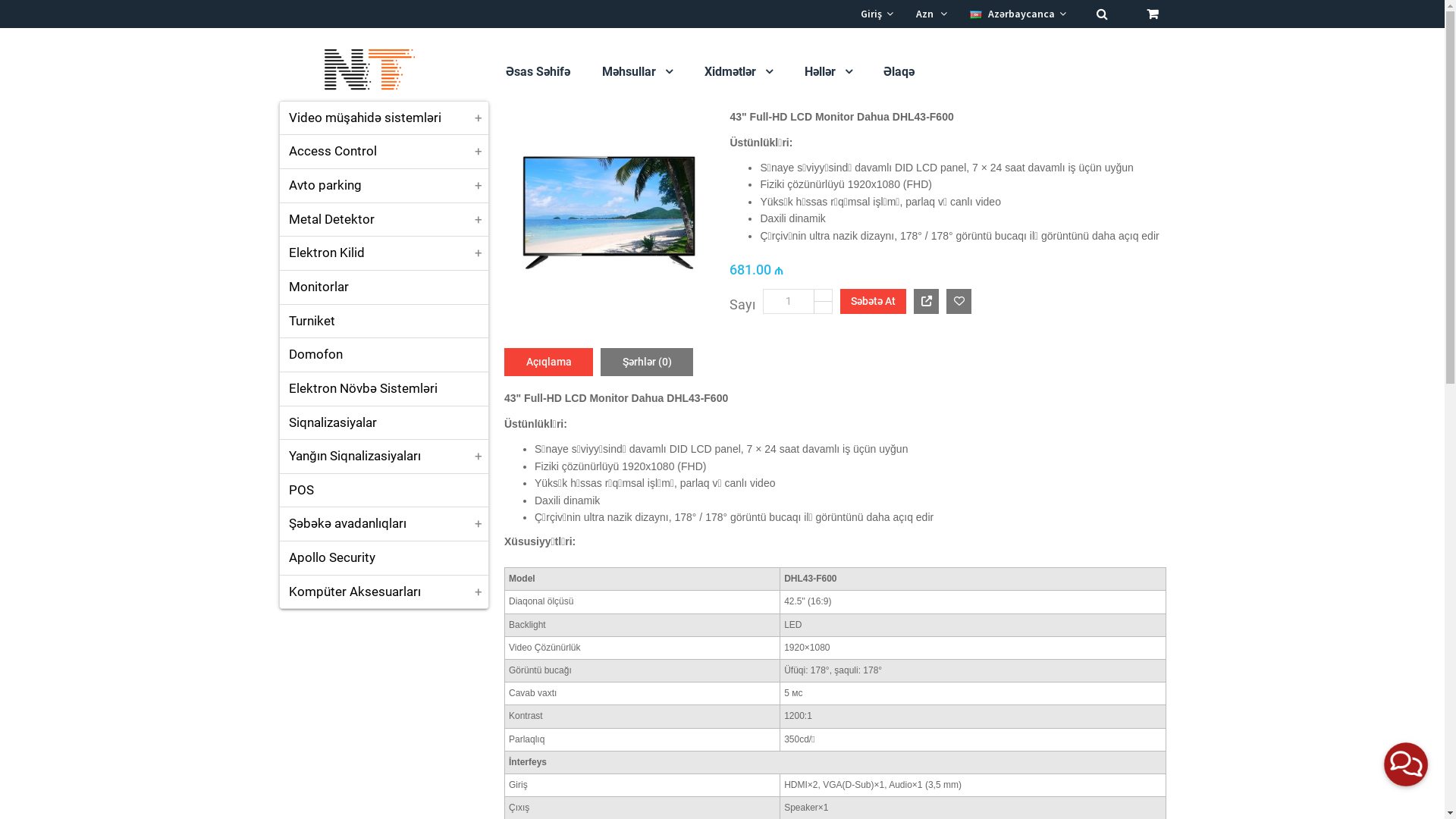 The image size is (1456, 819). I want to click on 'Avto parking, so click(279, 185).